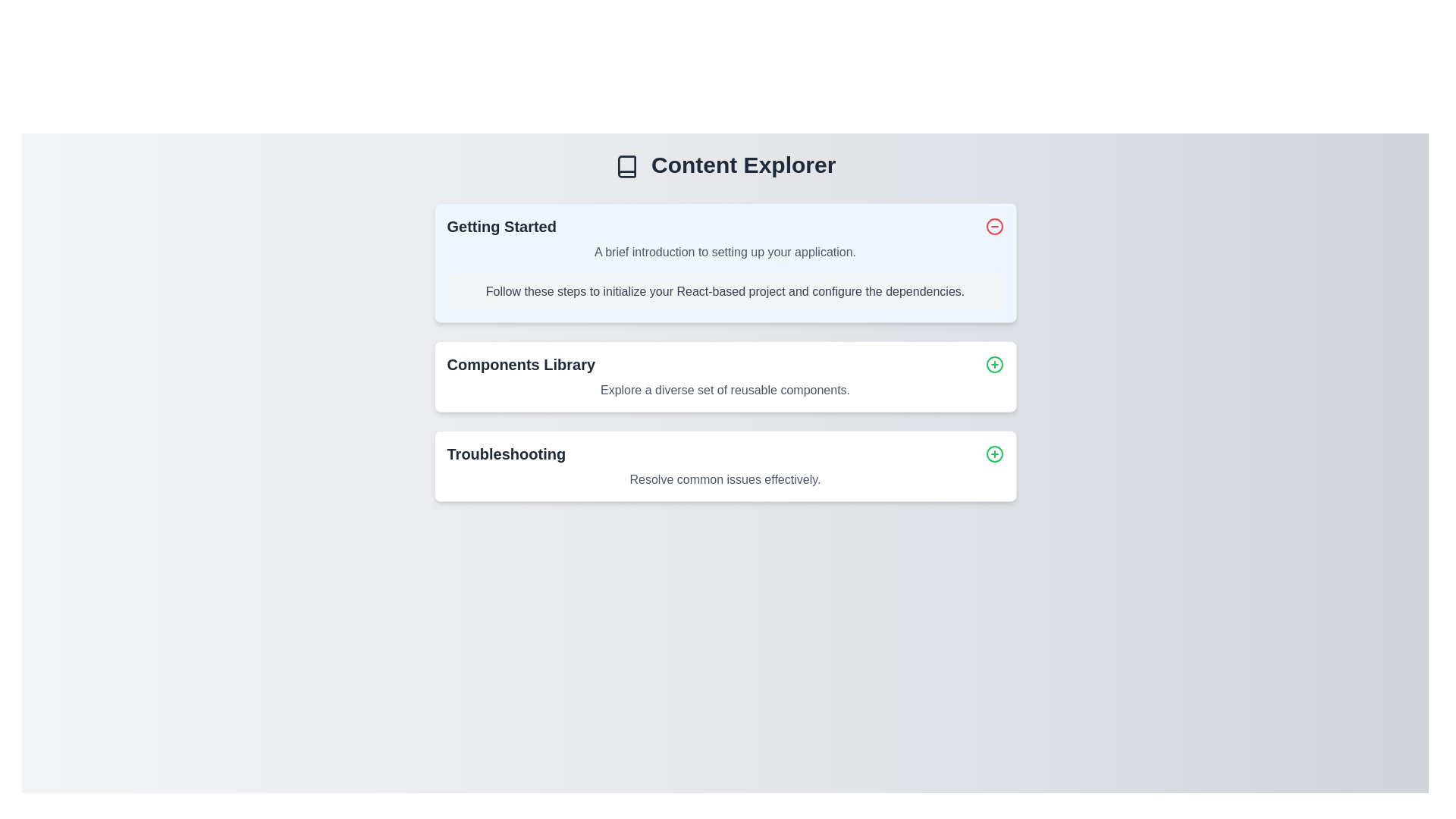 This screenshot has height=819, width=1456. Describe the element at coordinates (521, 365) in the screenshot. I see `text from the 'Components Library' label, which is a bold, dark gray text centrally positioned in the interface above a description text` at that location.